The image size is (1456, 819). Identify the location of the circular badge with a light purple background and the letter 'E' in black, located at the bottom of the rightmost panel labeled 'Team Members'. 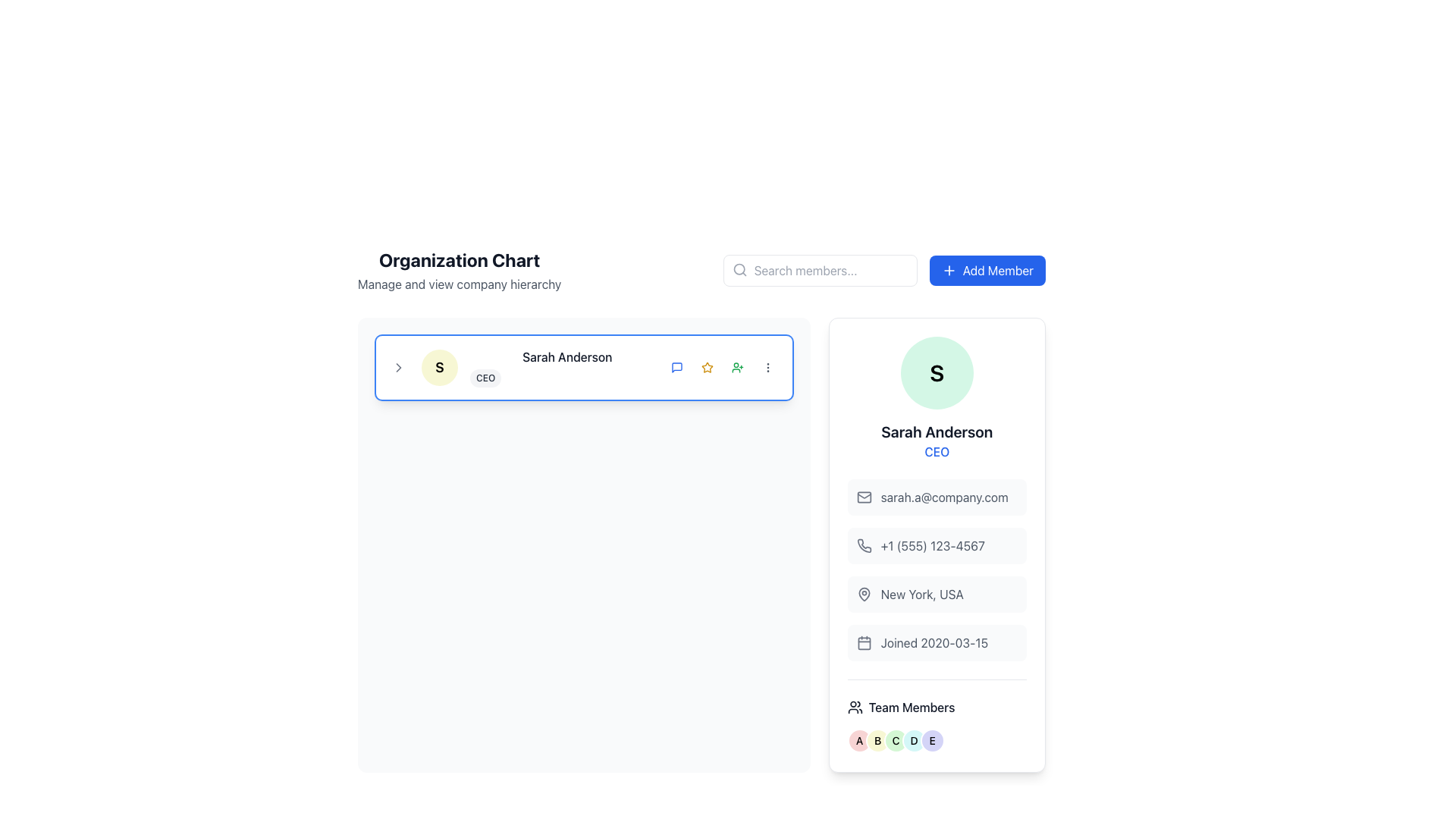
(931, 739).